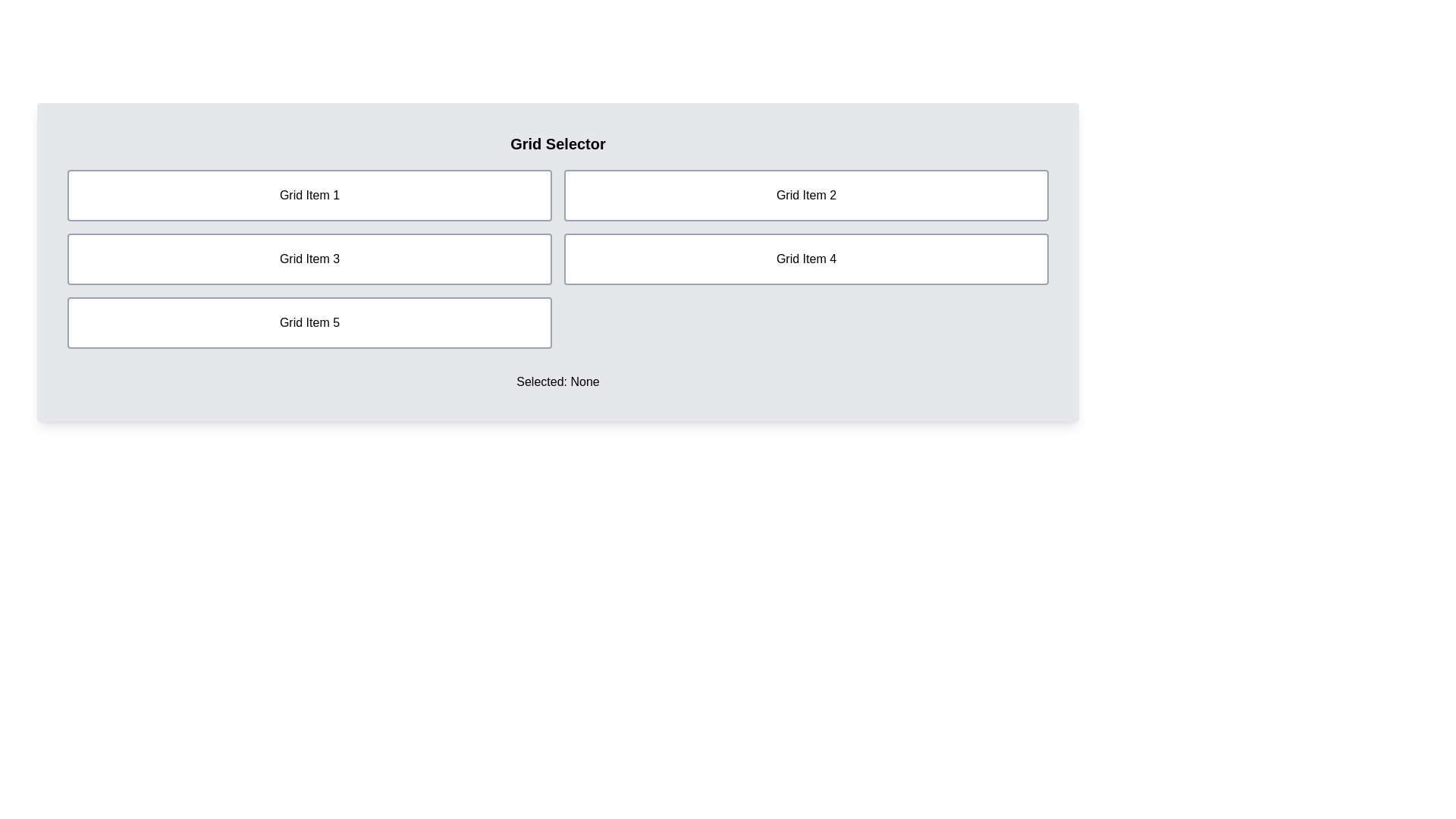 This screenshot has width=1456, height=819. I want to click on the button-like grid item located in the second column of the third row, which is part of a selectable grid layout, so click(309, 322).